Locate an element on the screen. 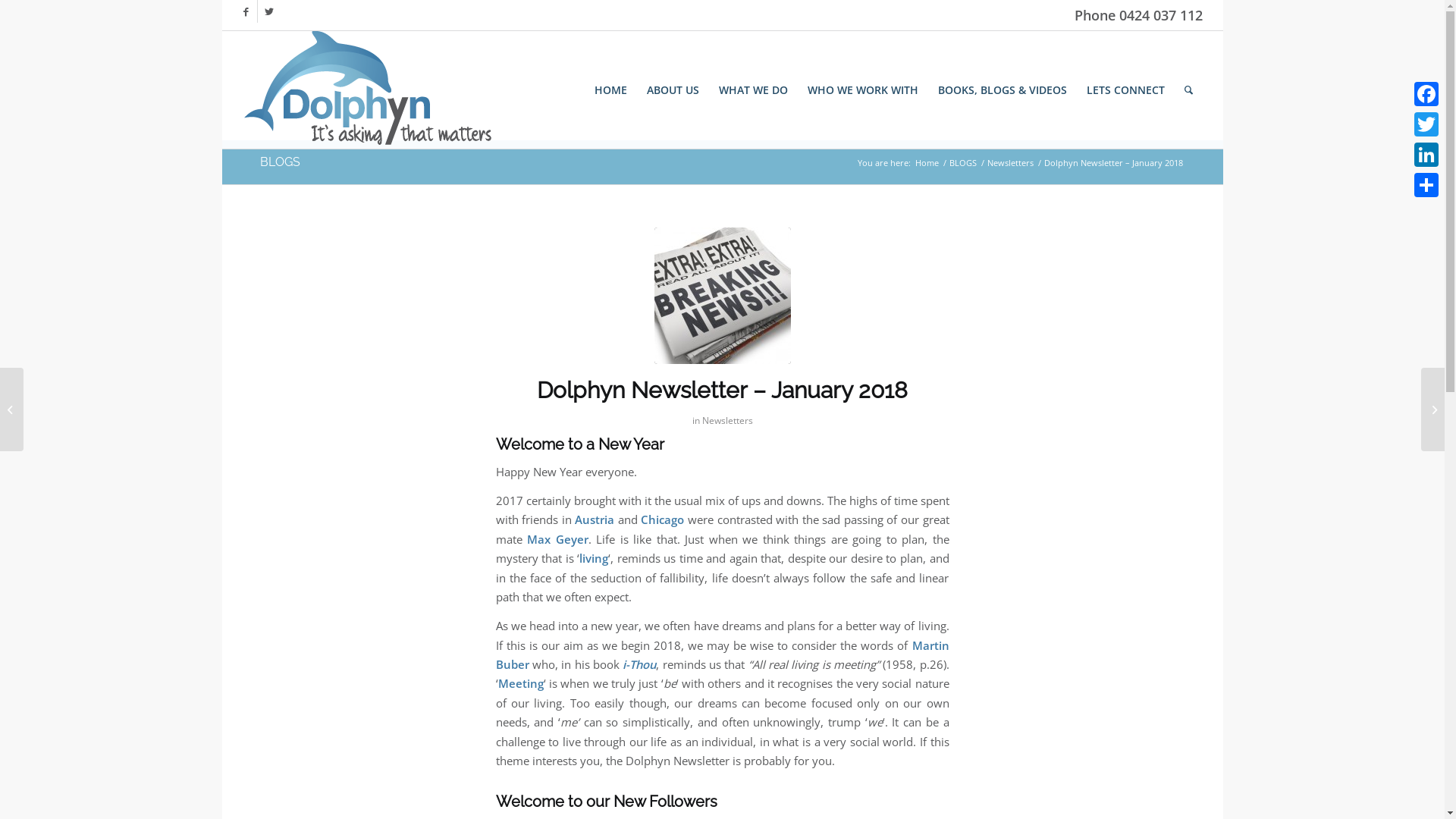 The image size is (1456, 819). 'WHAT WE DO' is located at coordinates (753, 89).